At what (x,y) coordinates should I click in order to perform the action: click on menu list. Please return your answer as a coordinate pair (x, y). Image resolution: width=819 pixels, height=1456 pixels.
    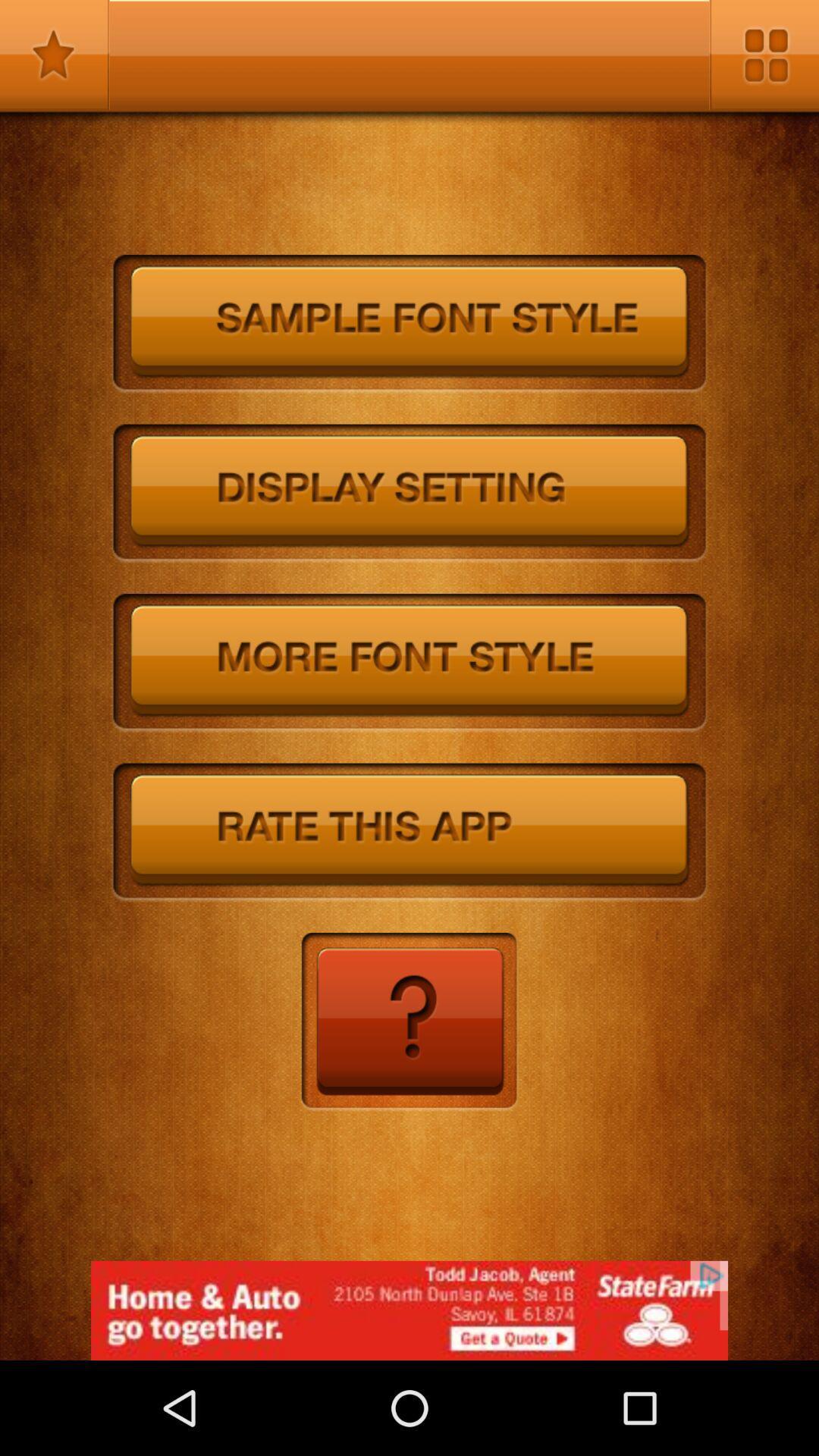
    Looking at the image, I should click on (764, 55).